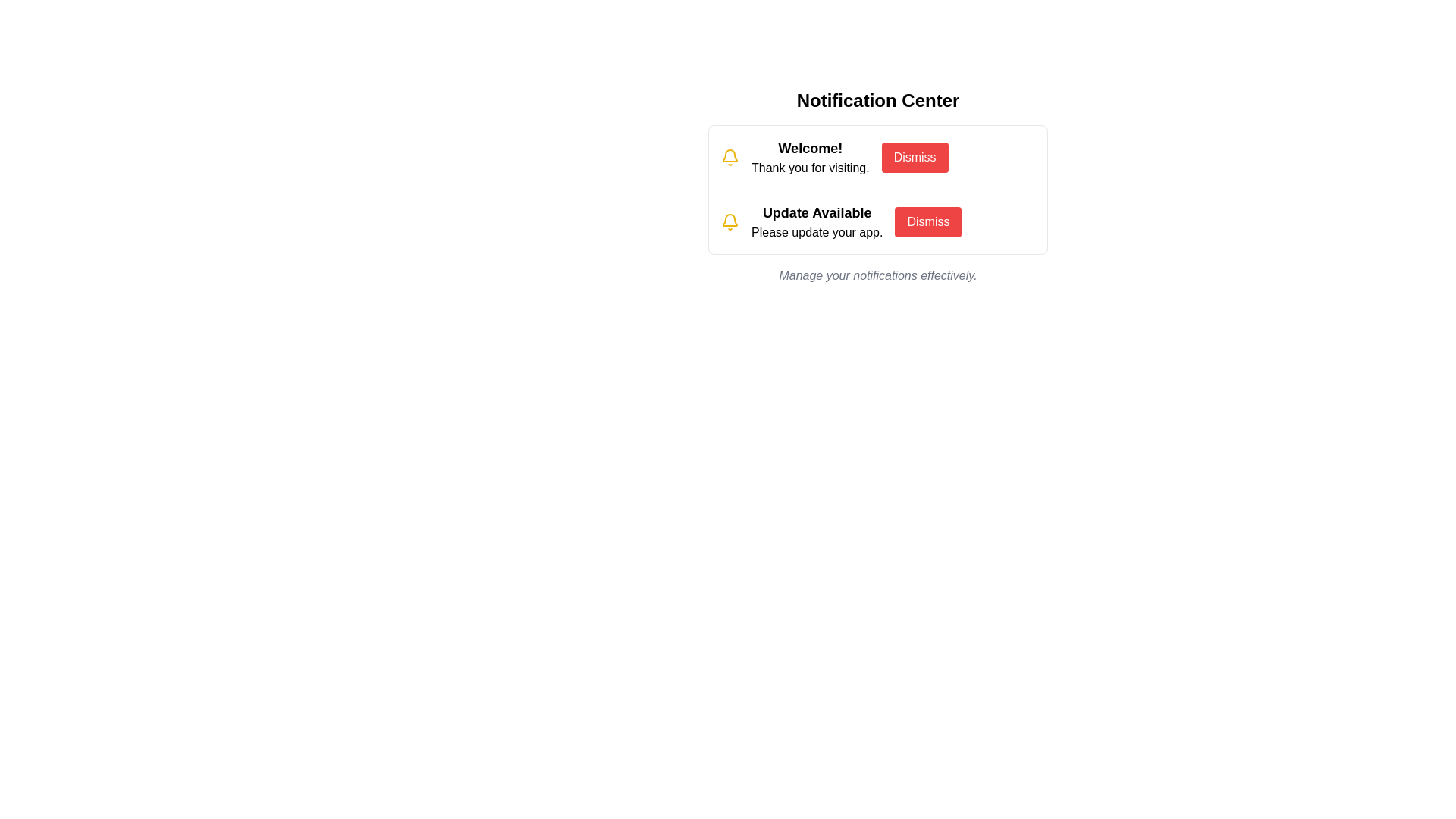 The width and height of the screenshot is (1456, 819). Describe the element at coordinates (877, 100) in the screenshot. I see `the bold title text 'Notification Center', which is prominently displayed at the top of the notification center` at that location.